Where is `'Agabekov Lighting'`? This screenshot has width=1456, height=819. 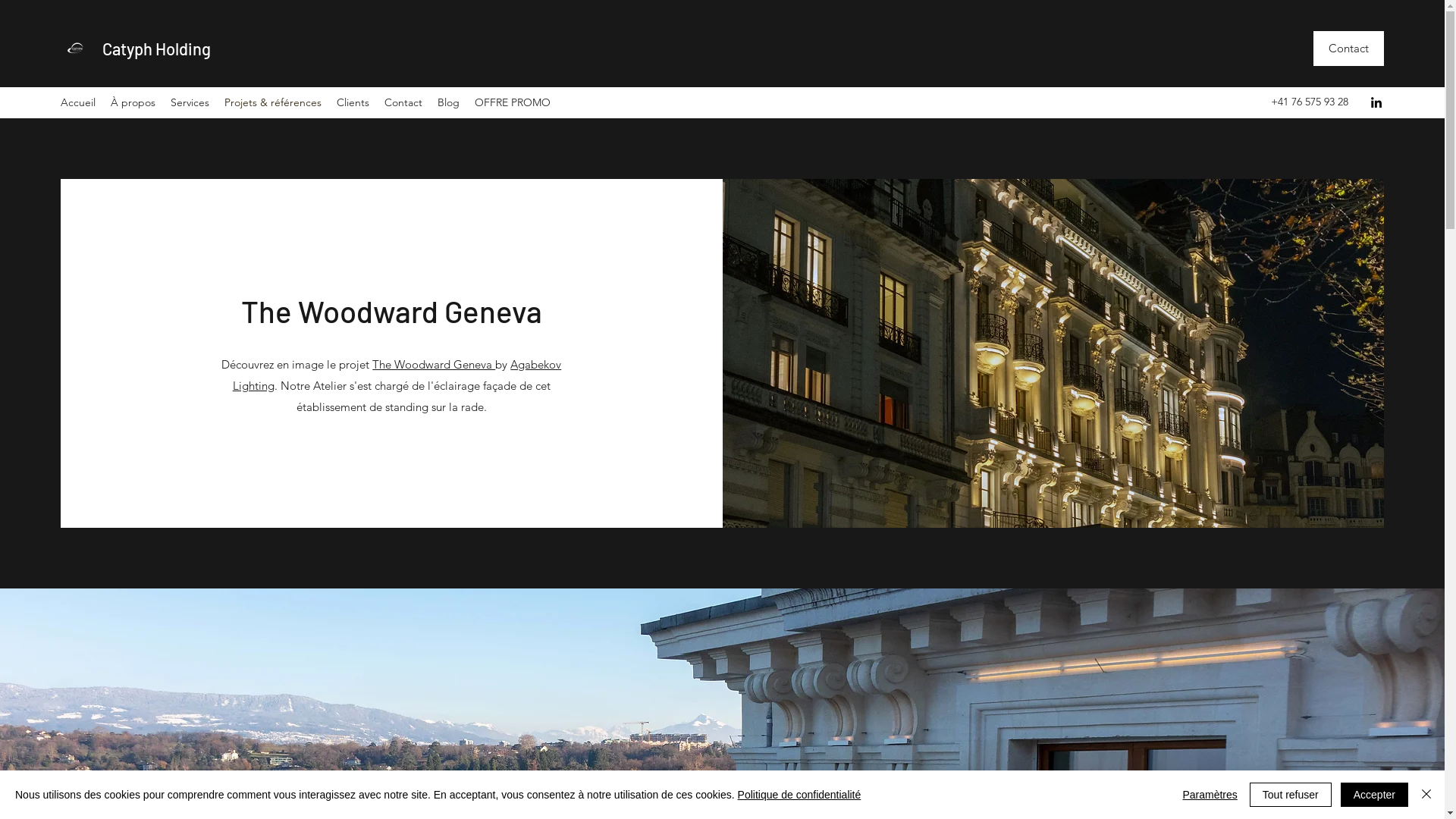 'Agabekov Lighting' is located at coordinates (397, 375).